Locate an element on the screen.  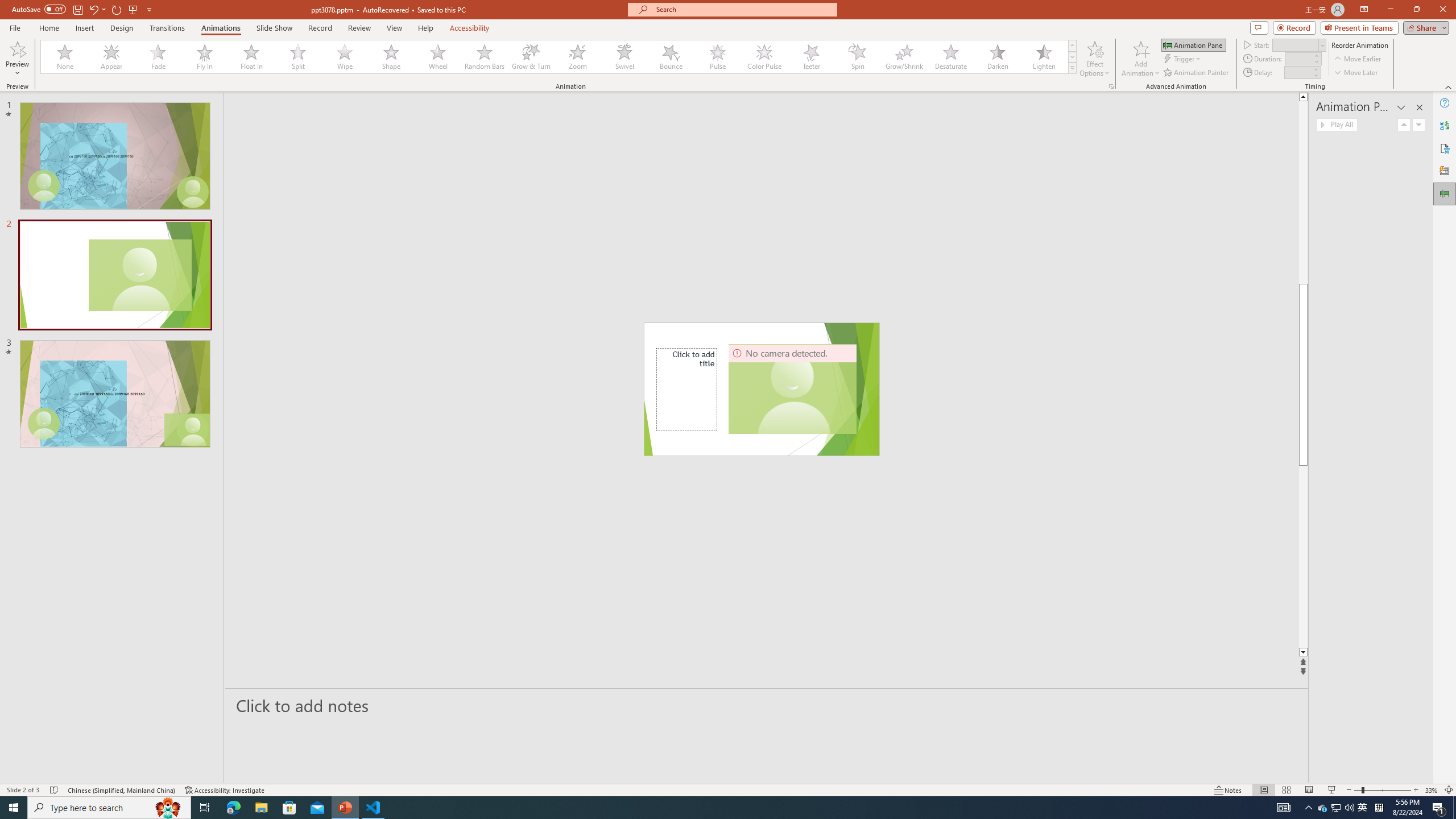
'Zoom 33%' is located at coordinates (1431, 790).